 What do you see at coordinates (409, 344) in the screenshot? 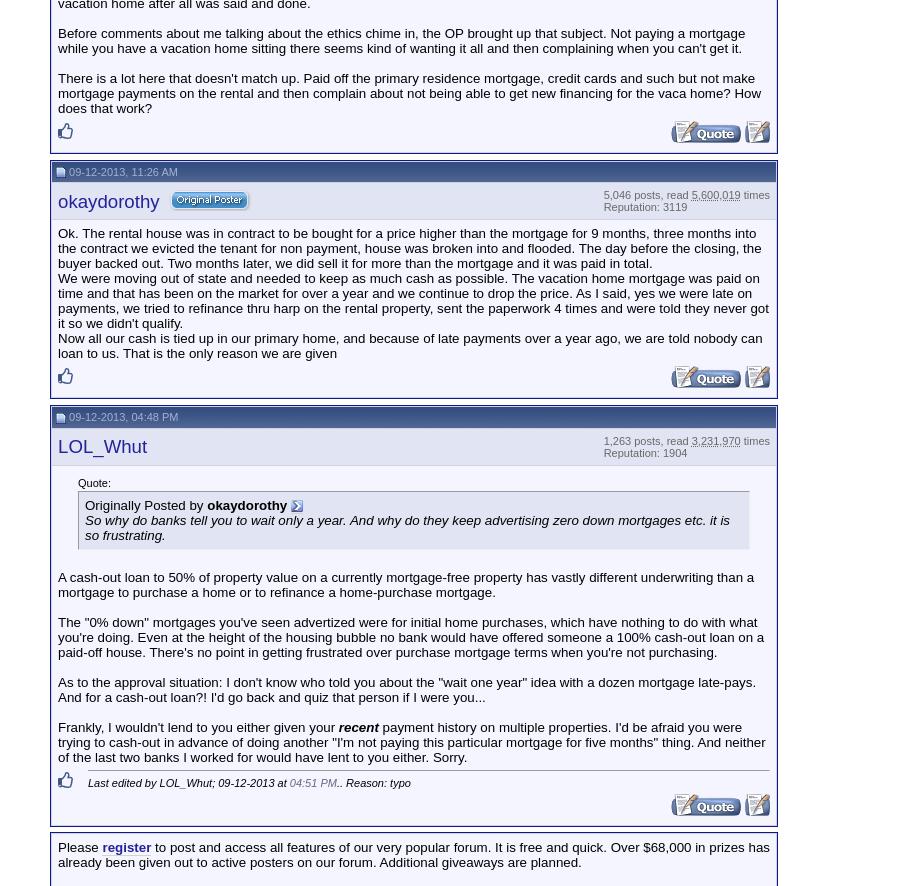
I see `'Now all our cash is tied up in our primary home, and because of late payments over a year ago, we are told nobody can loan to us. That is the only reason we are given'` at bounding box center [409, 344].